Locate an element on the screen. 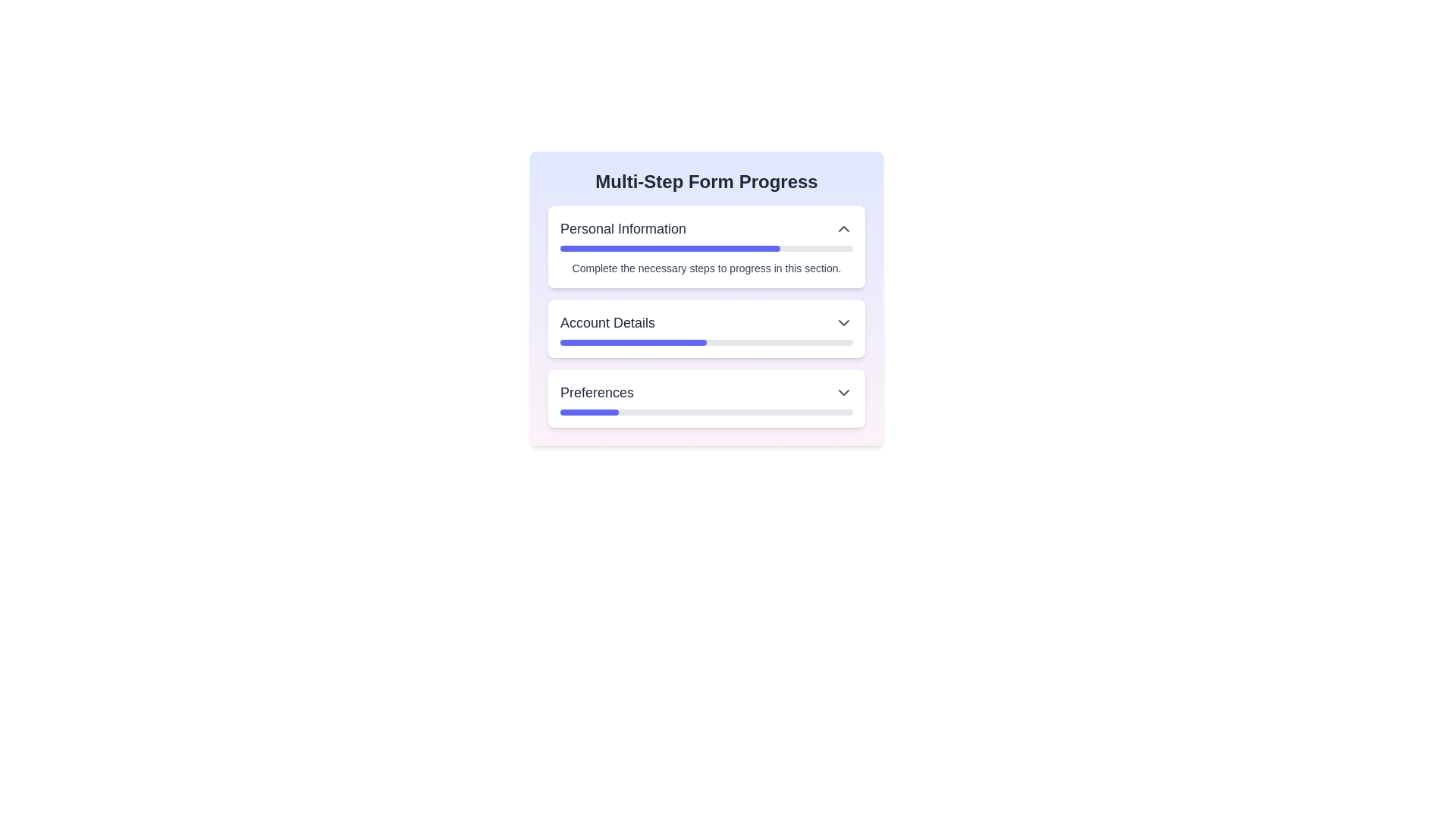 This screenshot has height=819, width=1456. supplementary text within the 'Personal Information' card, which provides instructions to complete necessary steps is located at coordinates (705, 246).